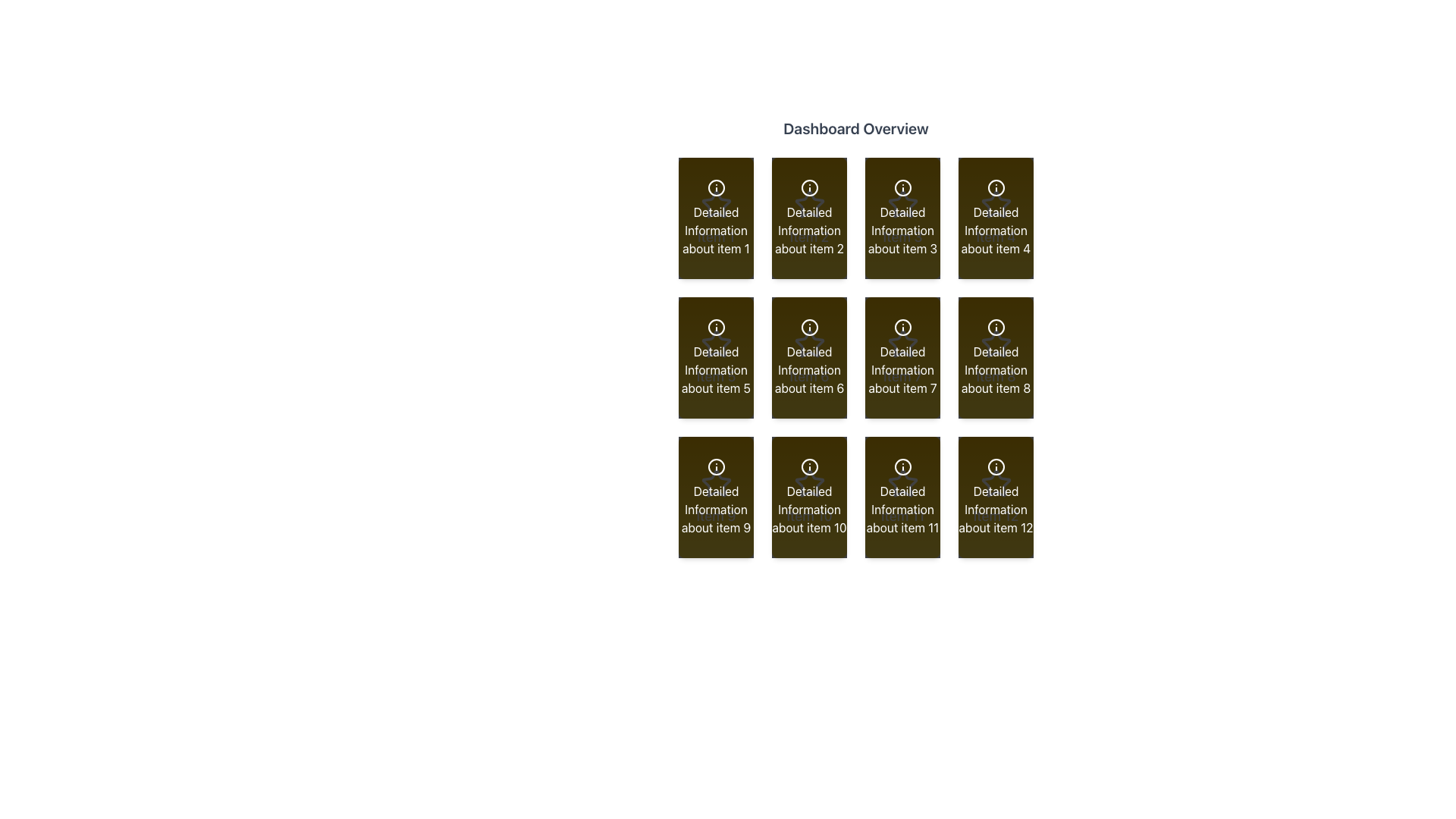 Image resolution: width=1456 pixels, height=819 pixels. I want to click on the fourth card in the second row of the grid, which has a gradient background from yellow to orange and contains an information icon with the text 'Item 8' and 'Detailed Information about item 8', so click(996, 357).